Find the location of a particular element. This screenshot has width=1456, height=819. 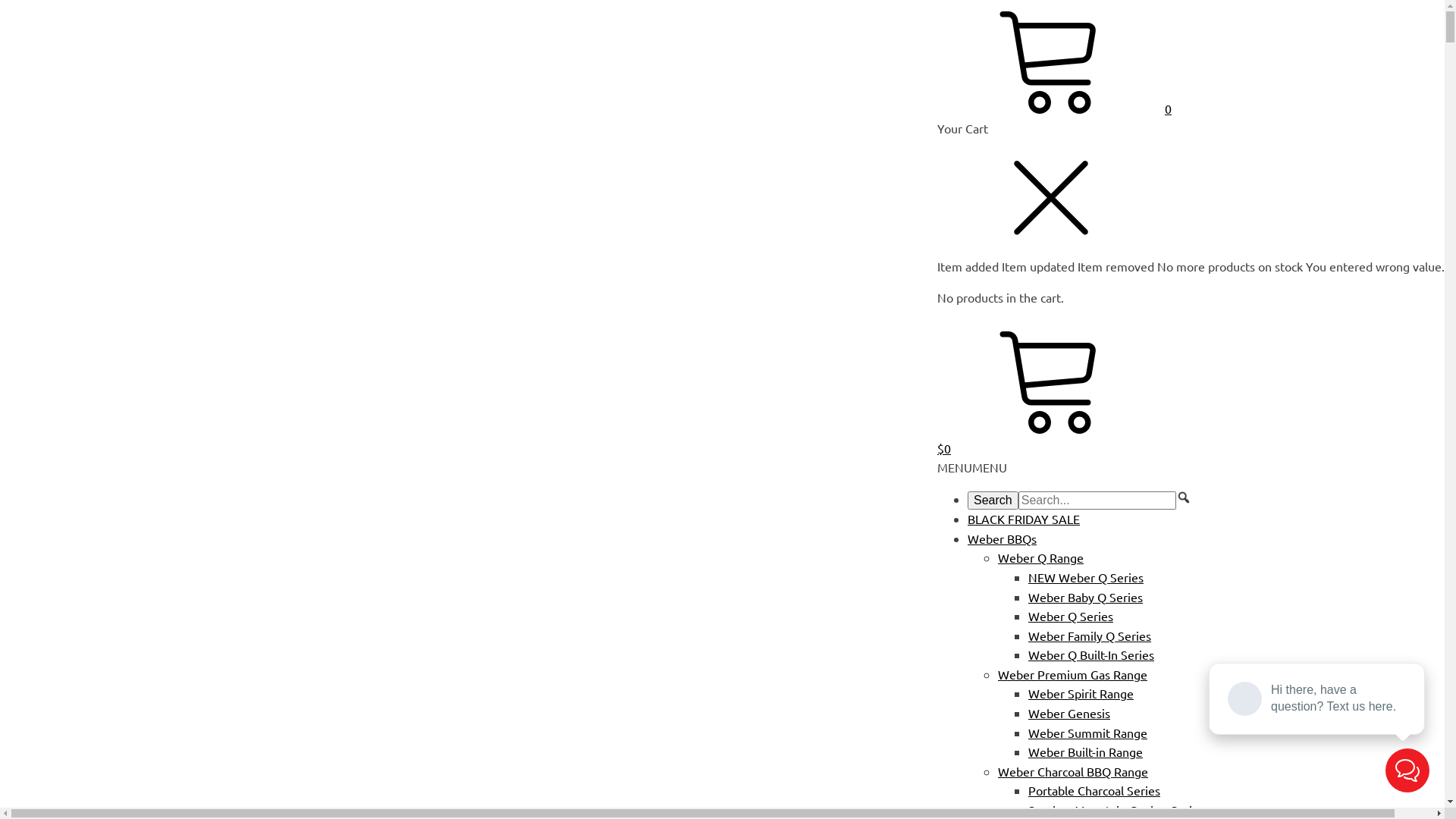

'Search' is located at coordinates (993, 500).